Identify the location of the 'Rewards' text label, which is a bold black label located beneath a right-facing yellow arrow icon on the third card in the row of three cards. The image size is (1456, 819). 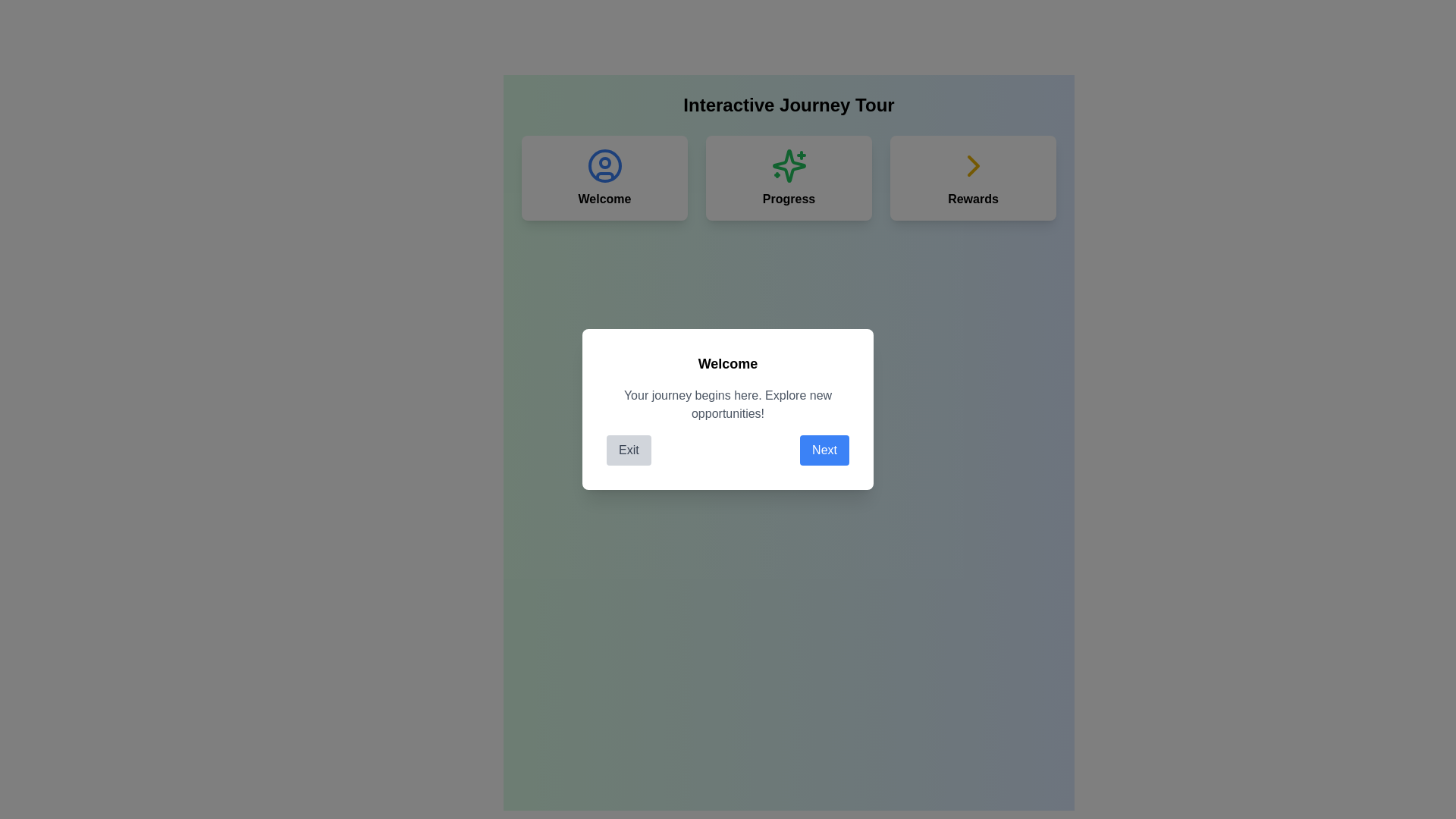
(973, 198).